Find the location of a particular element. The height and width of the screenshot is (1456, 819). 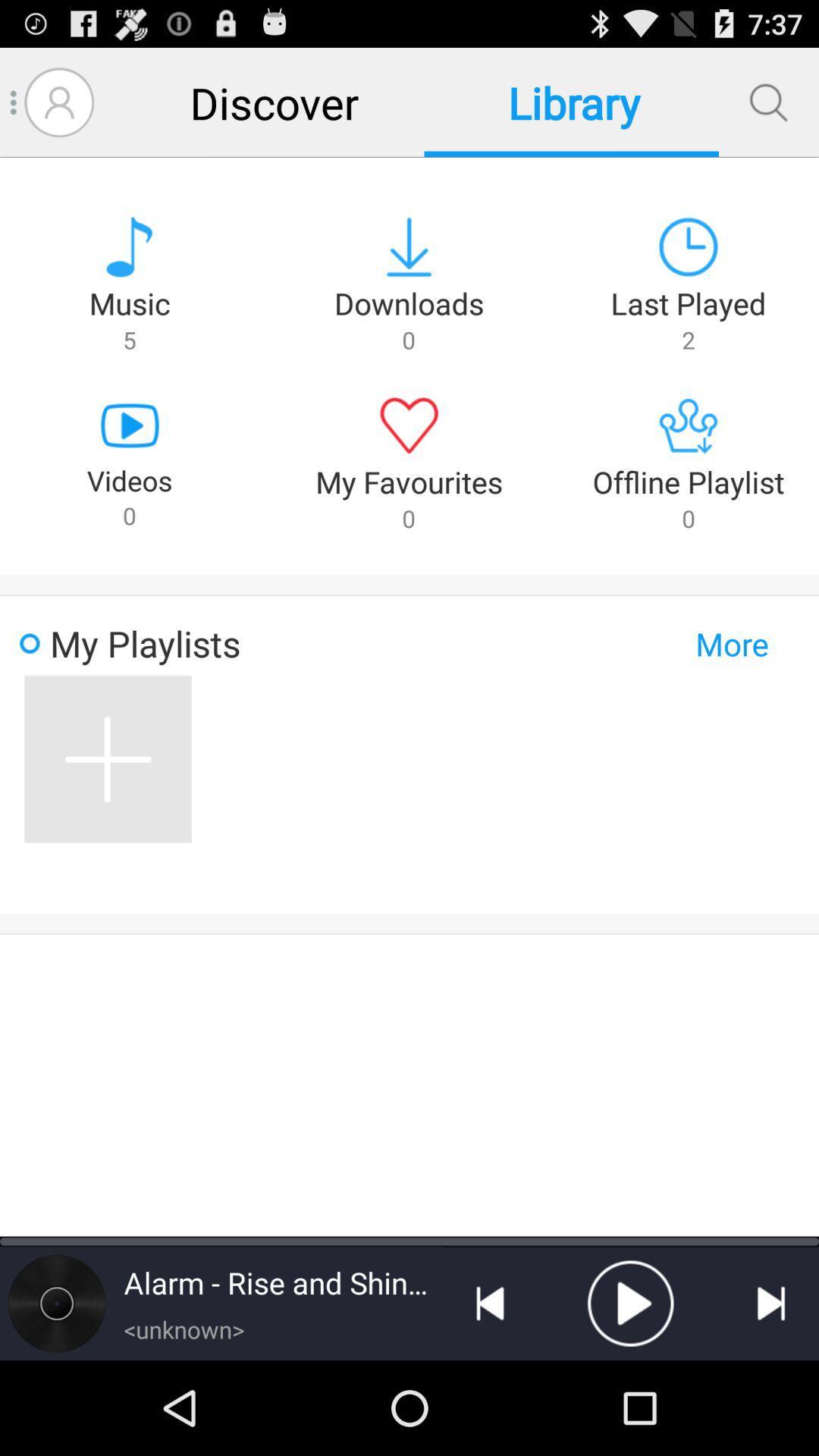

album is located at coordinates (55, 1302).